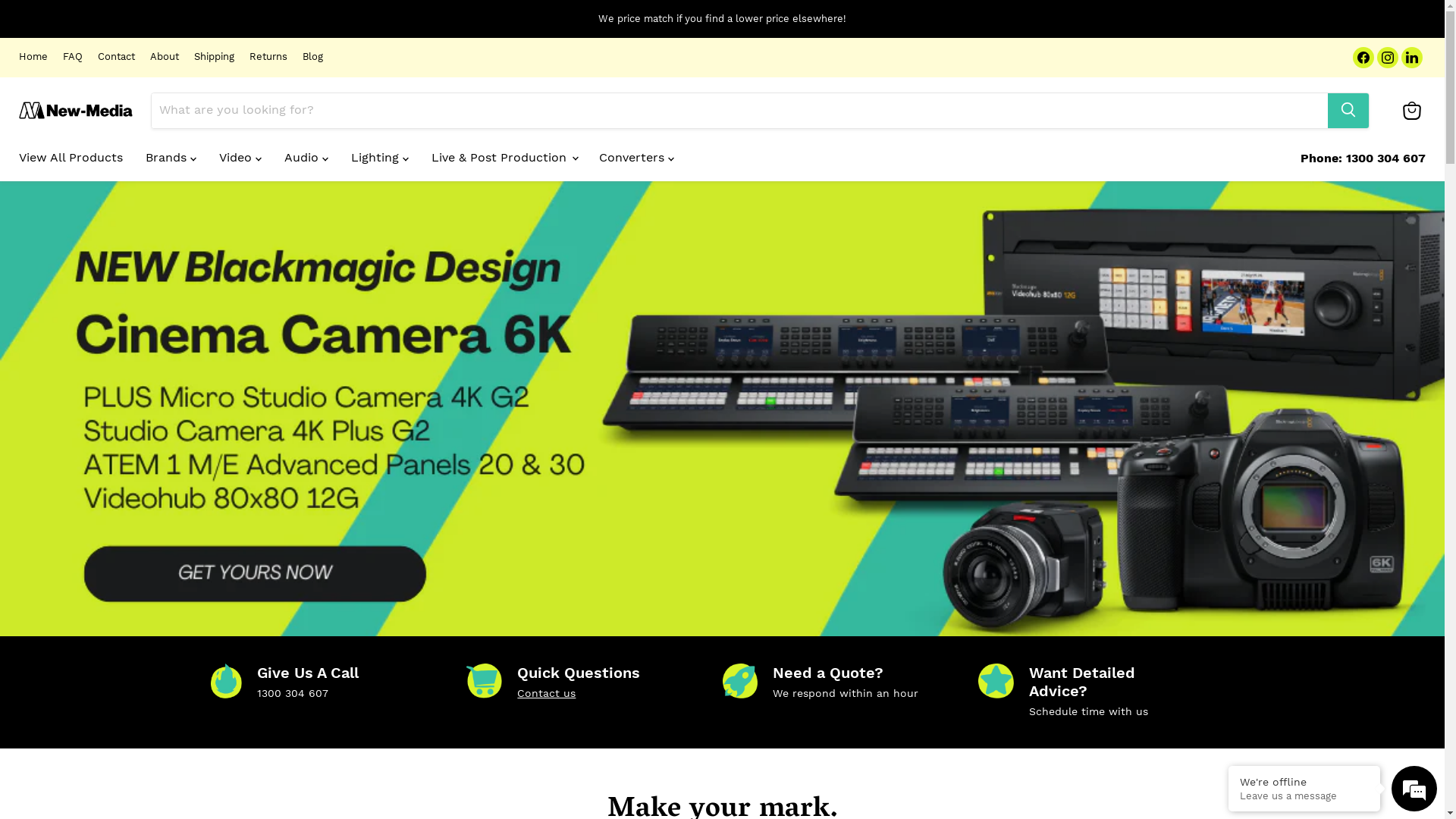  I want to click on 'FAQ', so click(72, 56).